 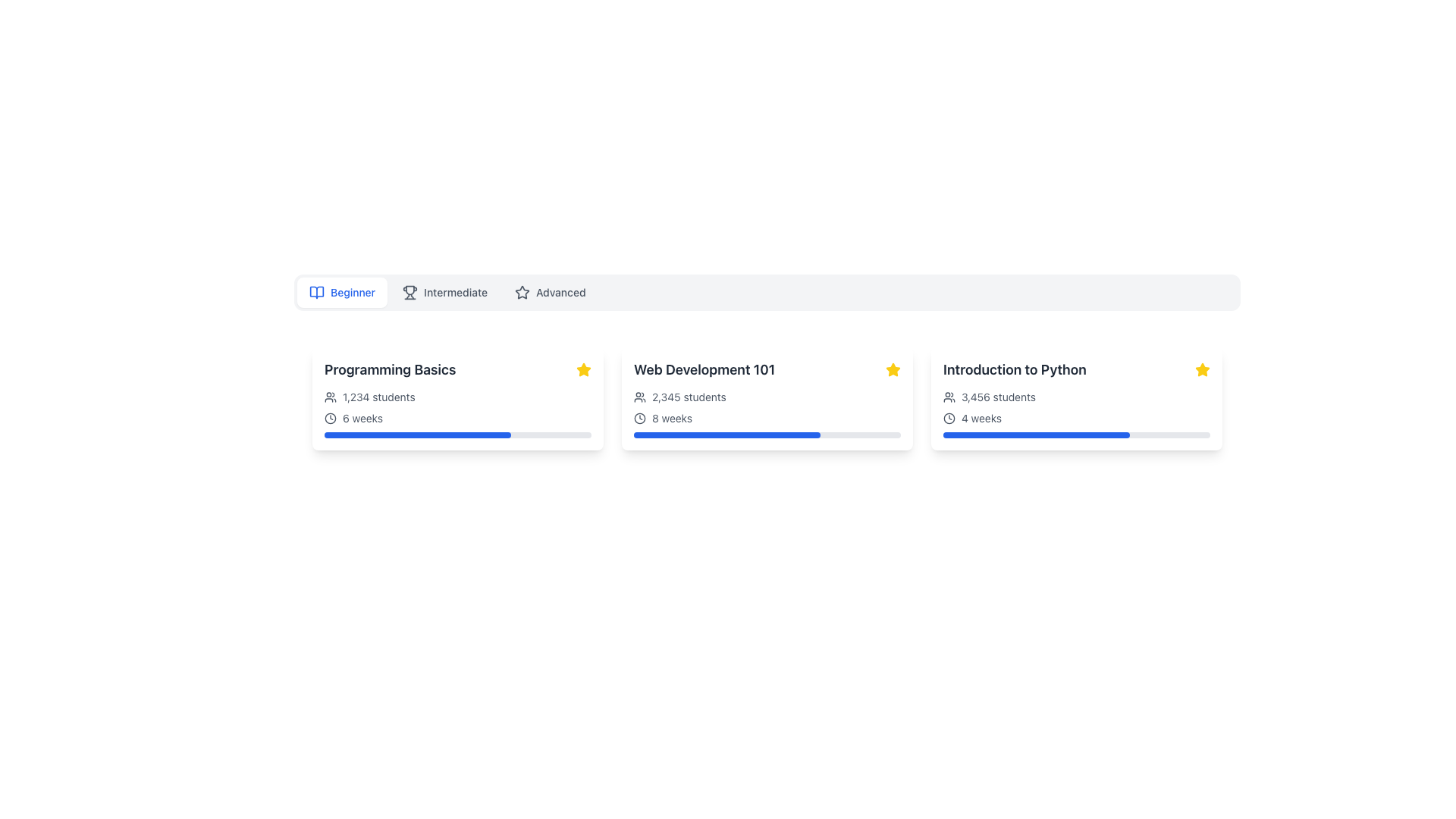 What do you see at coordinates (410, 292) in the screenshot?
I see `the 'Intermediate' label associated with the trophy icon, which is positioned directly to the right of the icon in the navigation bar` at bounding box center [410, 292].